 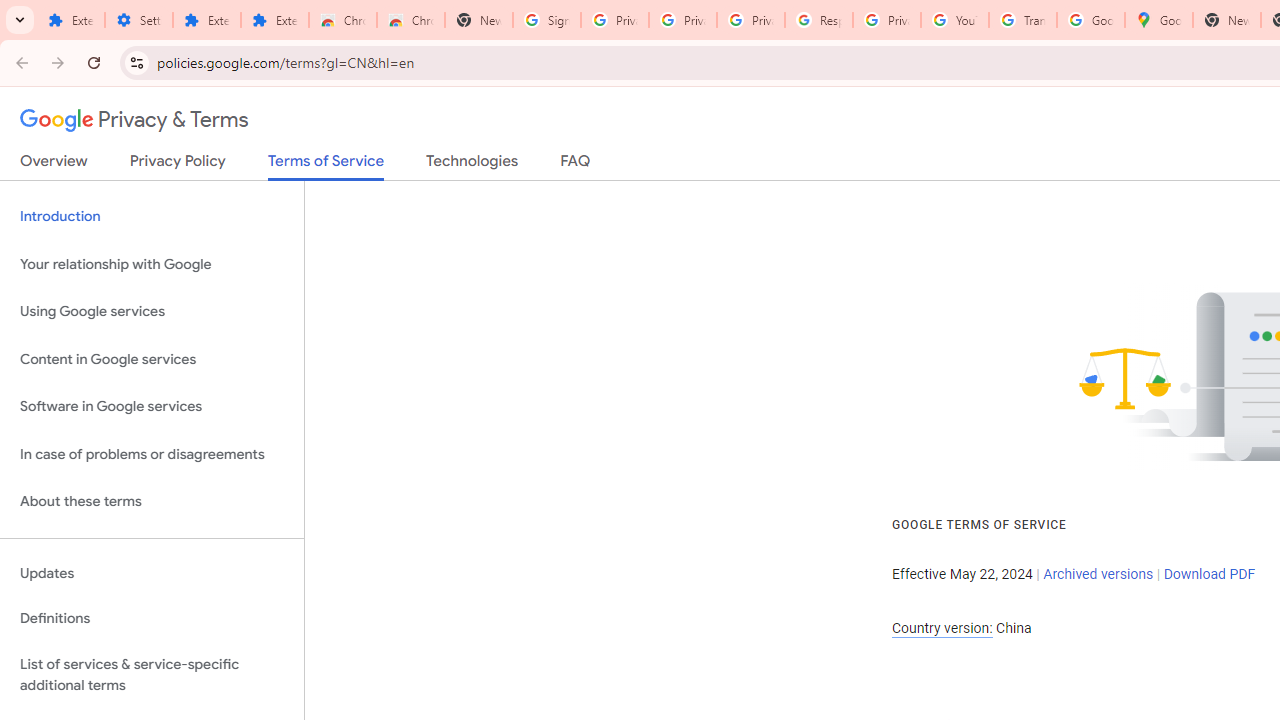 I want to click on 'Using Google services', so click(x=151, y=312).